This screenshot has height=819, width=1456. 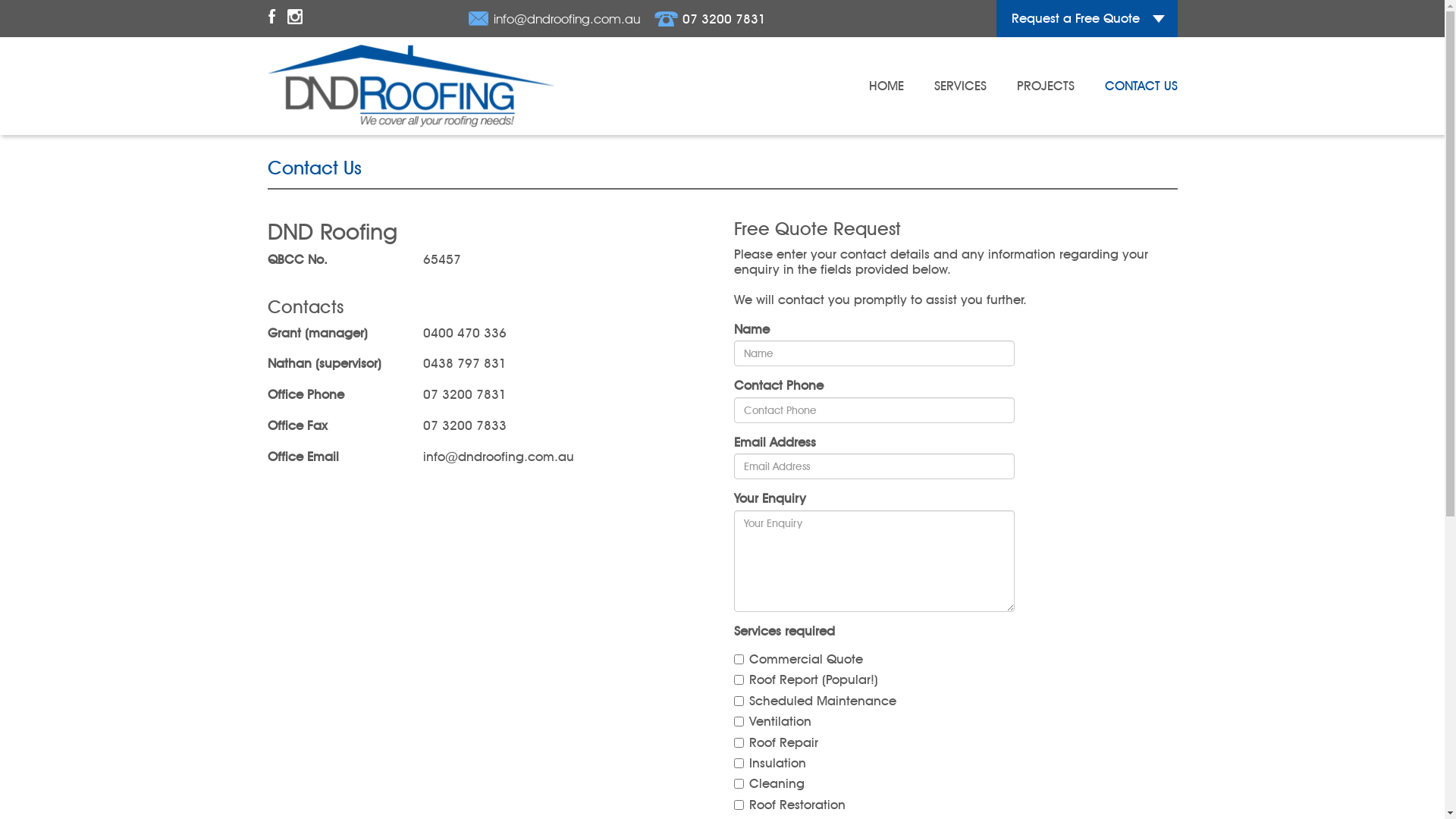 I want to click on 'SERVICES', so click(x=934, y=85).